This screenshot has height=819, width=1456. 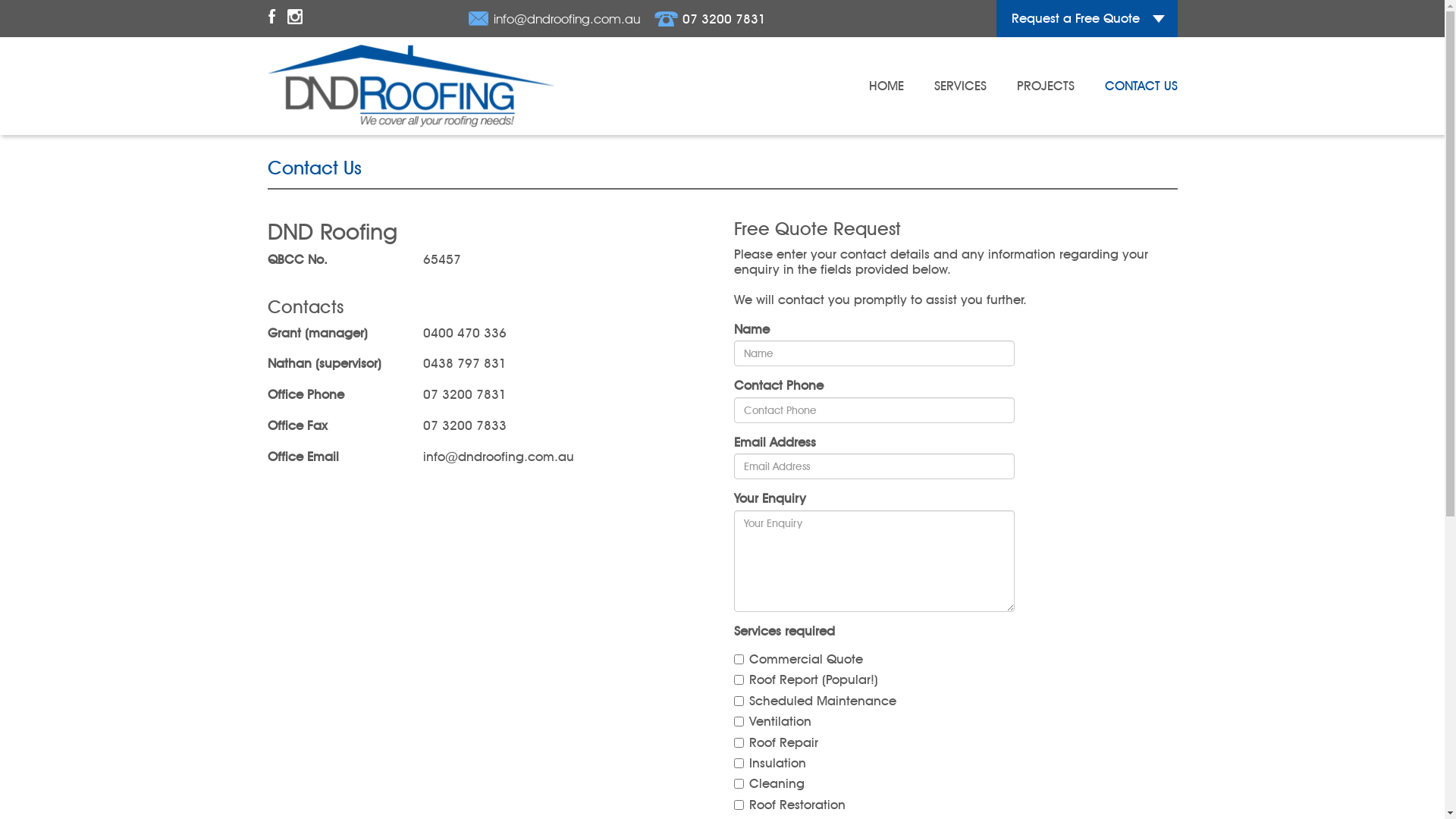 I want to click on 'SERVICES', so click(x=934, y=85).